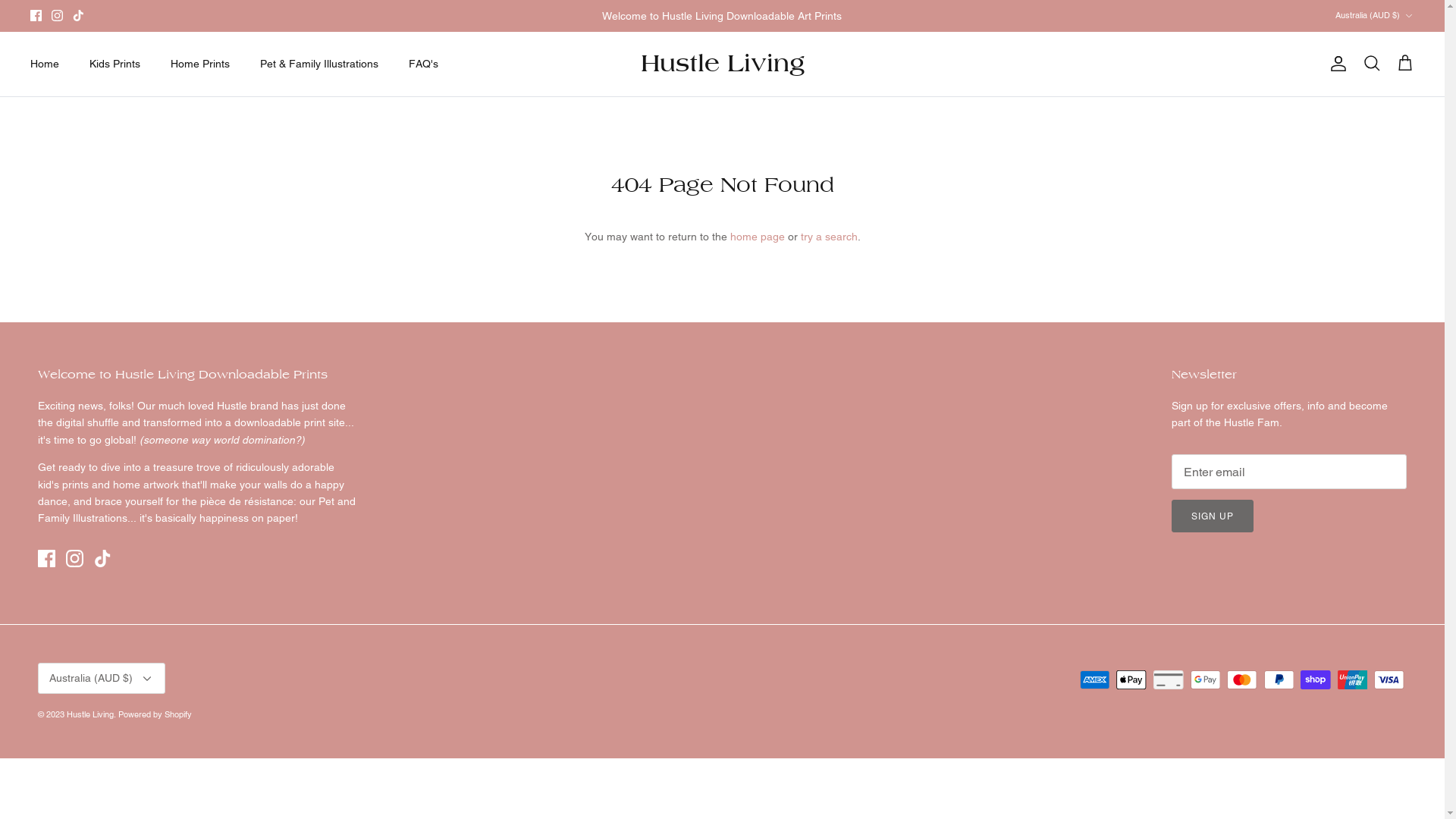  What do you see at coordinates (423, 63) in the screenshot?
I see `'FAQ's'` at bounding box center [423, 63].